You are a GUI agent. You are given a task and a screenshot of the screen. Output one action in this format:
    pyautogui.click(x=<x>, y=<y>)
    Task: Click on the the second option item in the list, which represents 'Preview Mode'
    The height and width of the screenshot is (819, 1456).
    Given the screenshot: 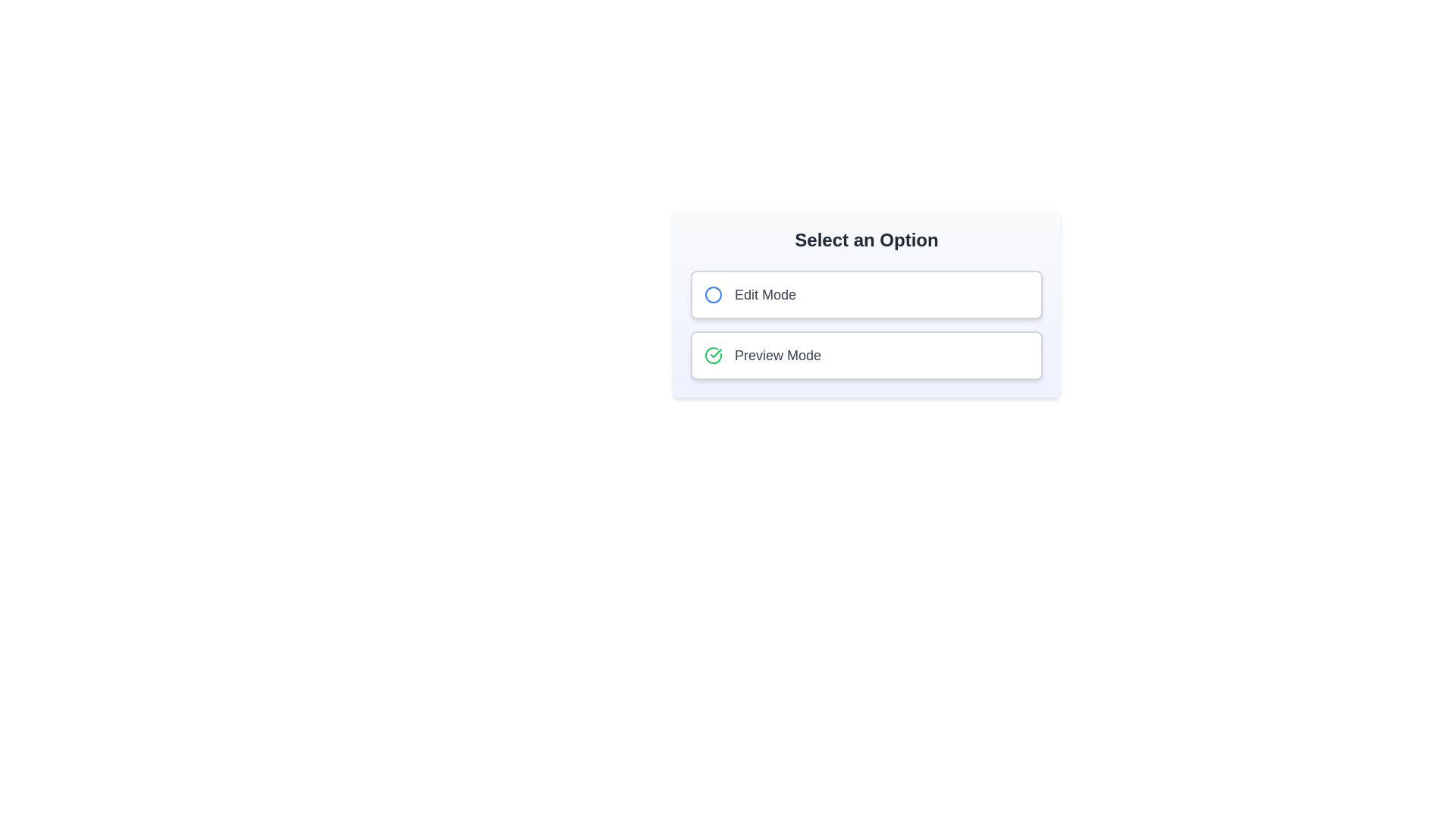 What is the action you would take?
    pyautogui.click(x=763, y=356)
    